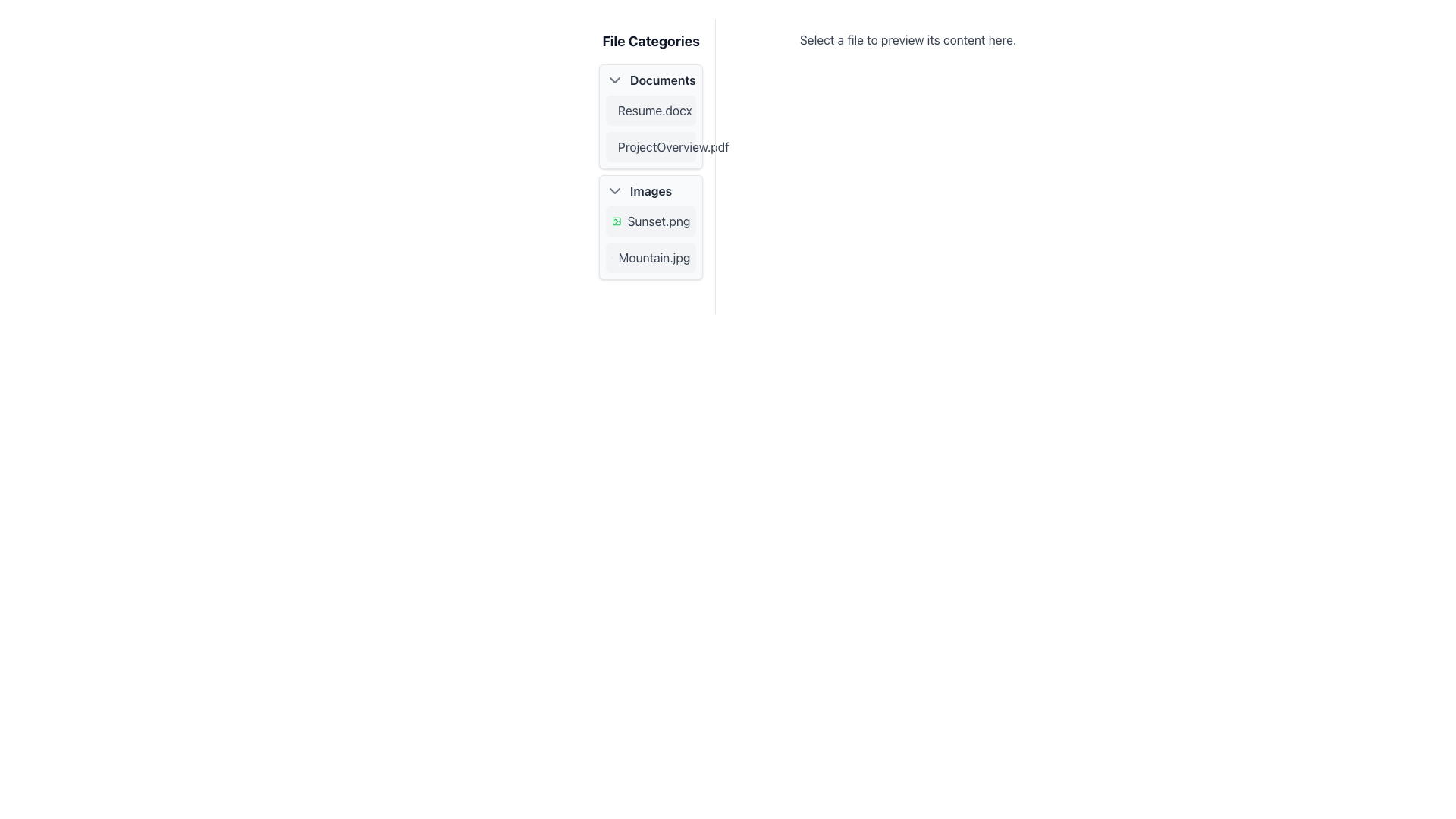 Image resolution: width=1456 pixels, height=819 pixels. I want to click on the 'Documents' text label, which is styled with a bold font and dark gray color, so click(662, 80).